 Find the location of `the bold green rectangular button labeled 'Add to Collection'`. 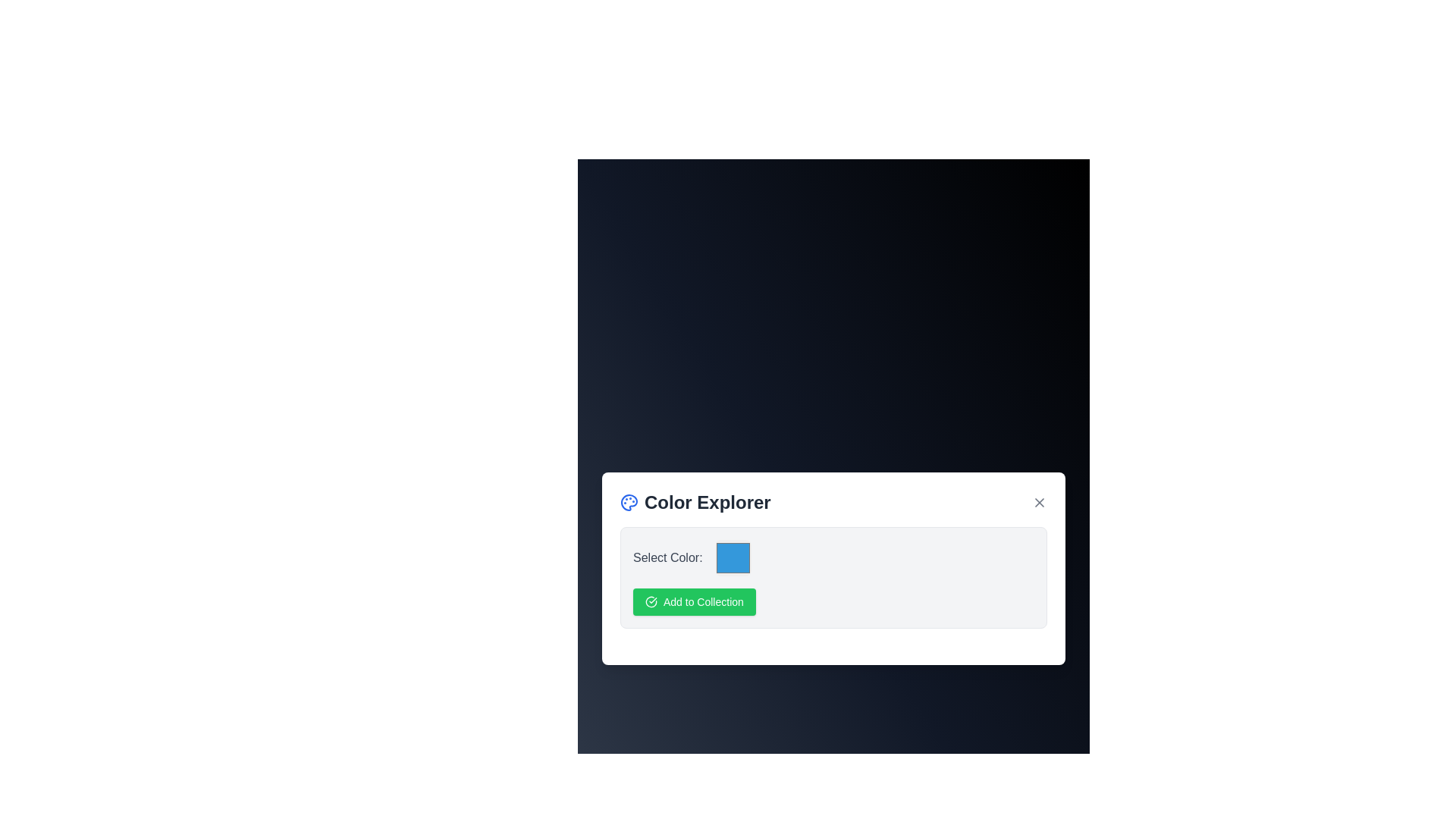

the bold green rectangular button labeled 'Add to Collection' is located at coordinates (693, 601).